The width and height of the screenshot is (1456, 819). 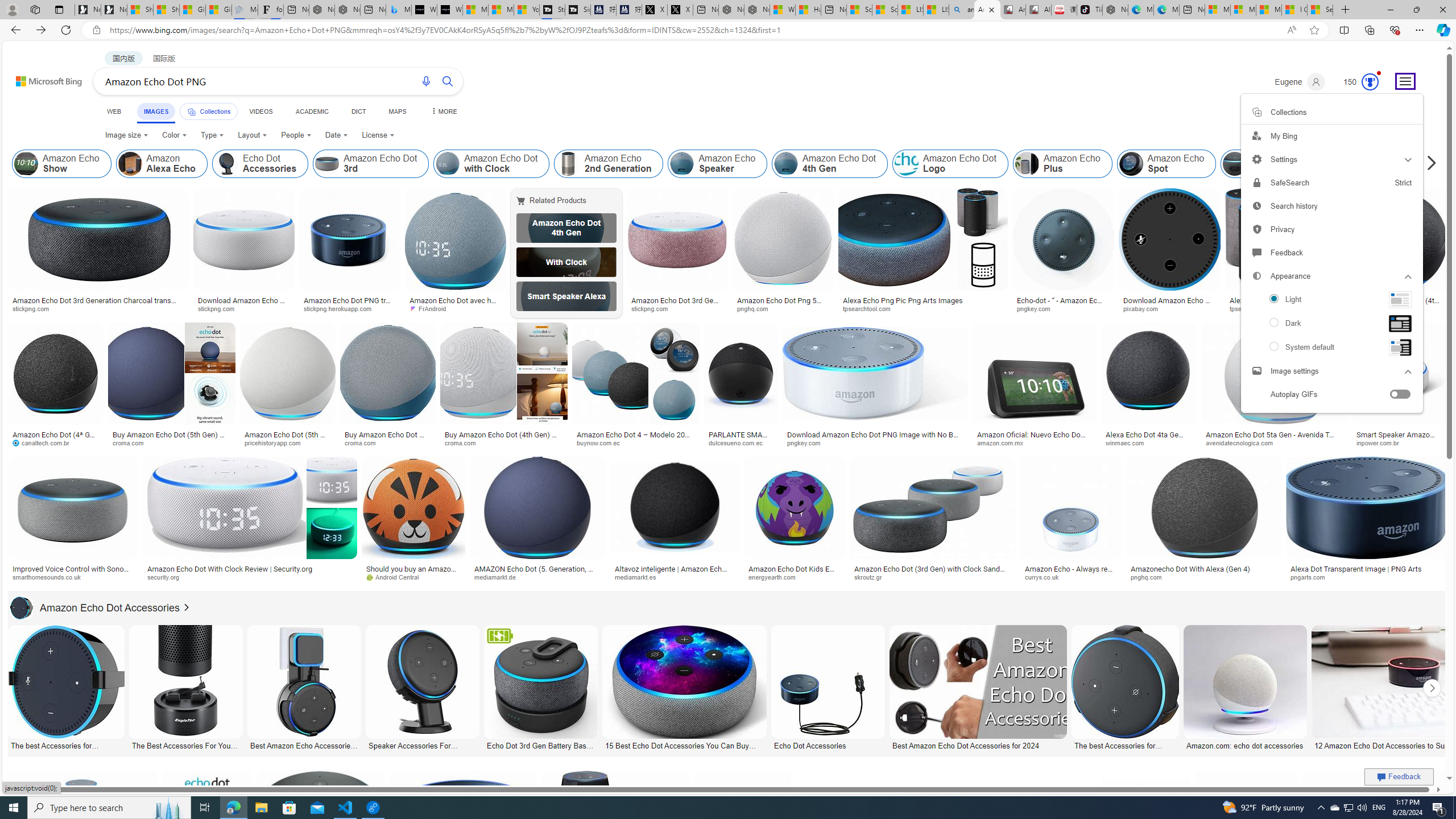 I want to click on 'Date', so click(x=336, y=135).